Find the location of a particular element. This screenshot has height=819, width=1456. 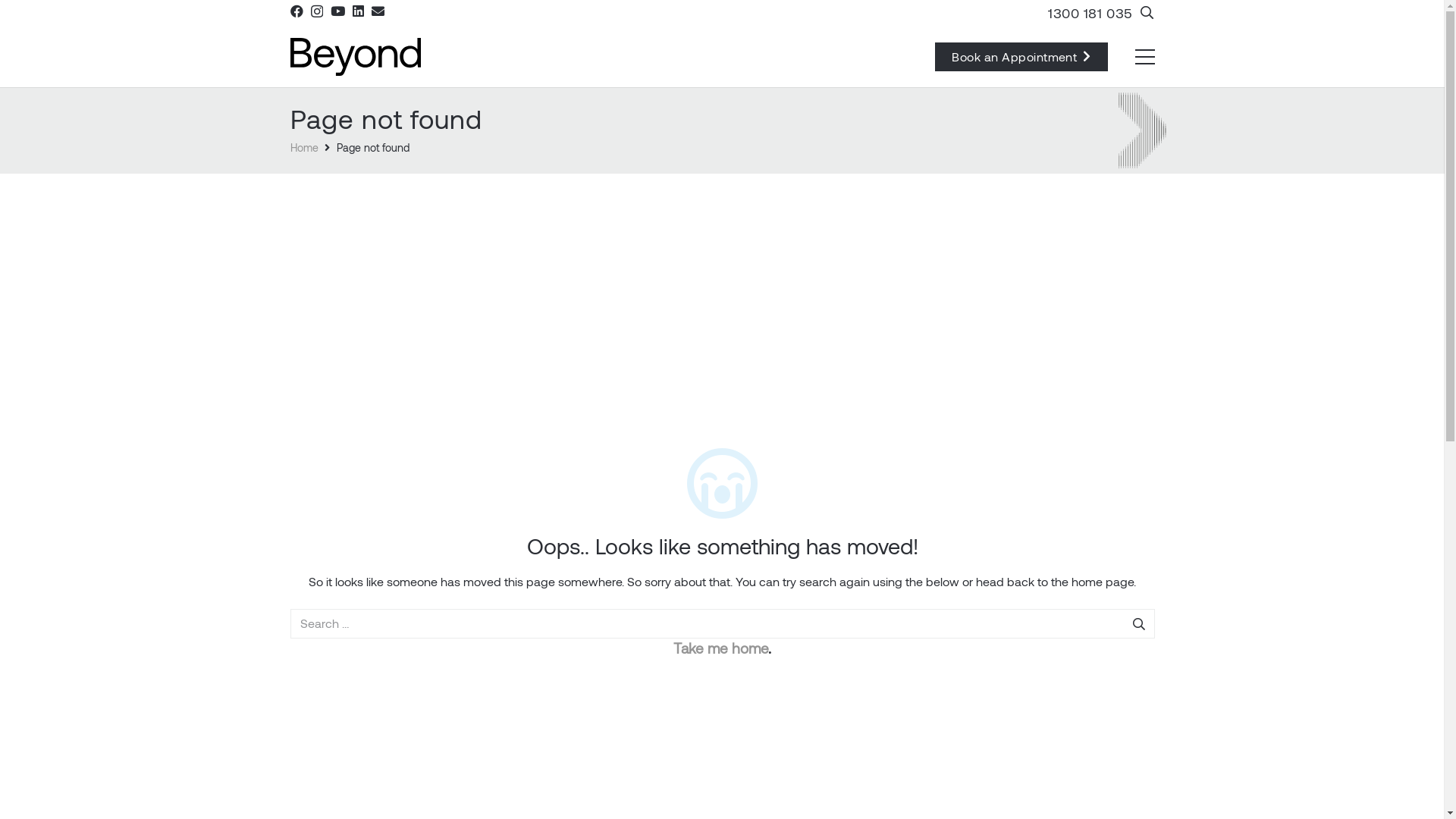

'YouTube' is located at coordinates (816, 662).